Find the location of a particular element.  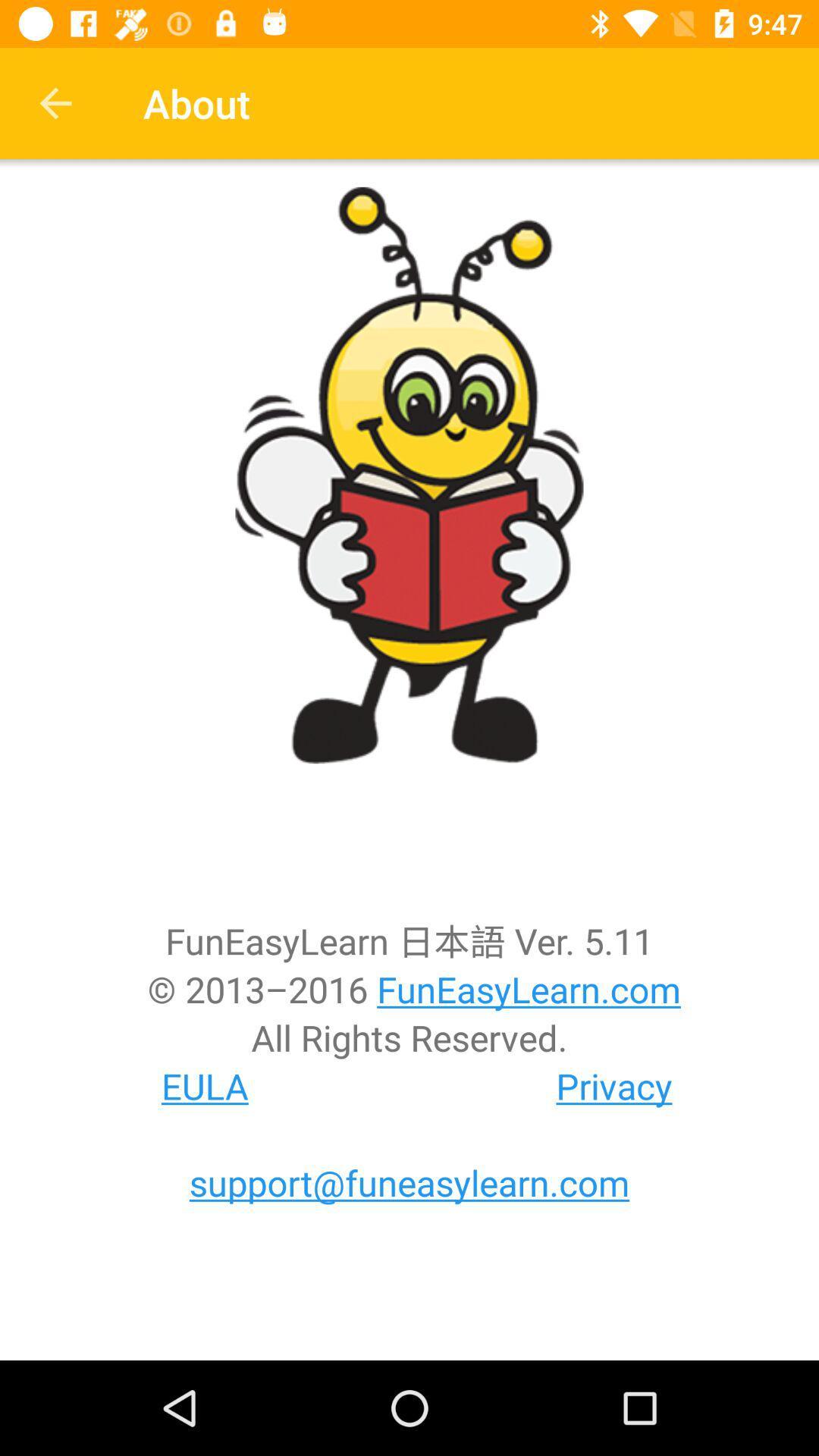

eula is located at coordinates (205, 1085).